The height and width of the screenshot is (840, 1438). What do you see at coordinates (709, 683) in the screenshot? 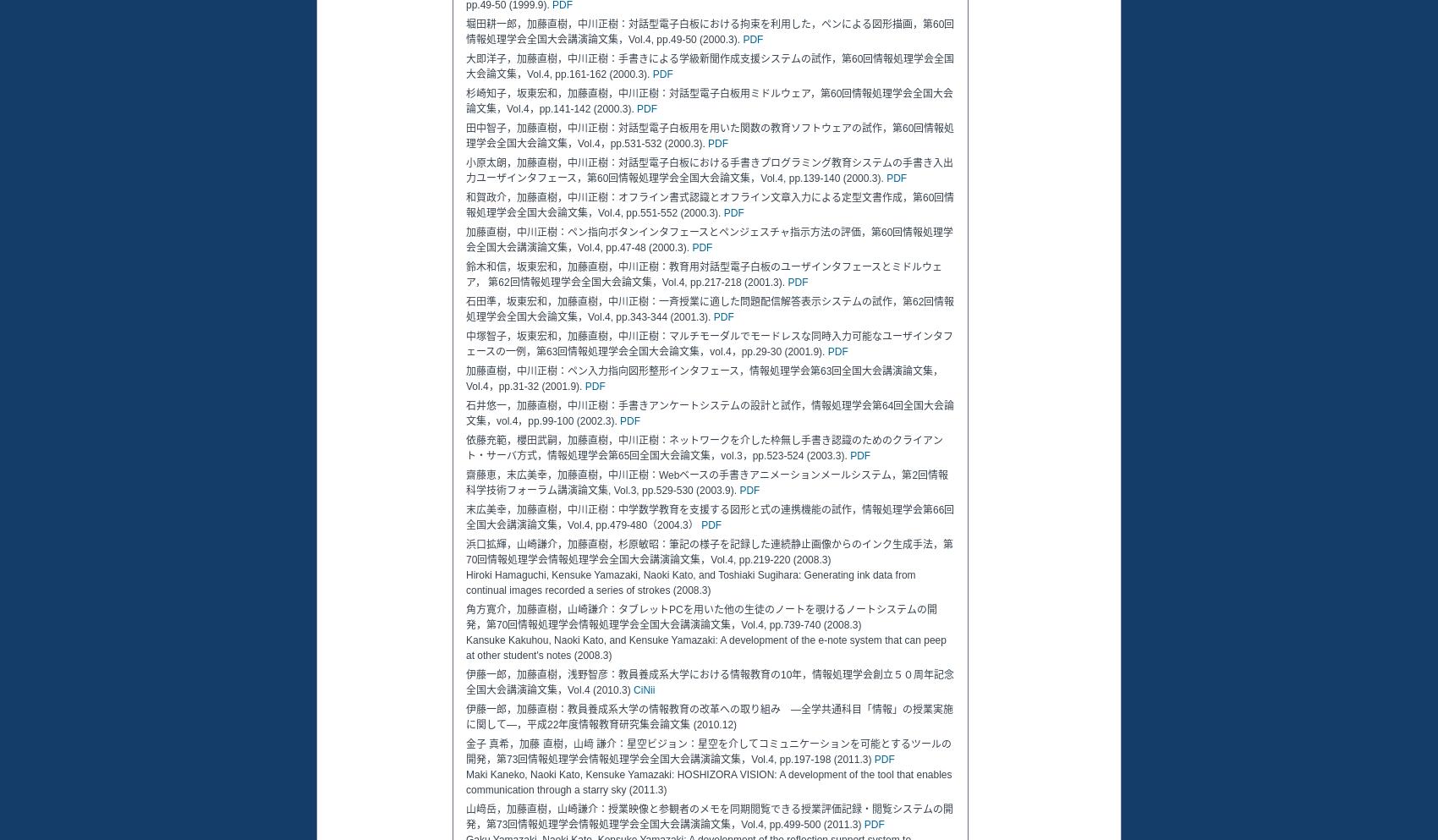
I see `'伊藤一郎，加藤直樹，浅野智彦：教員養成系大学における情報教育の10年，情報処理学会創立５０周年記念全国大会講演論文集，Vol.4 (2010.3)'` at bounding box center [709, 683].